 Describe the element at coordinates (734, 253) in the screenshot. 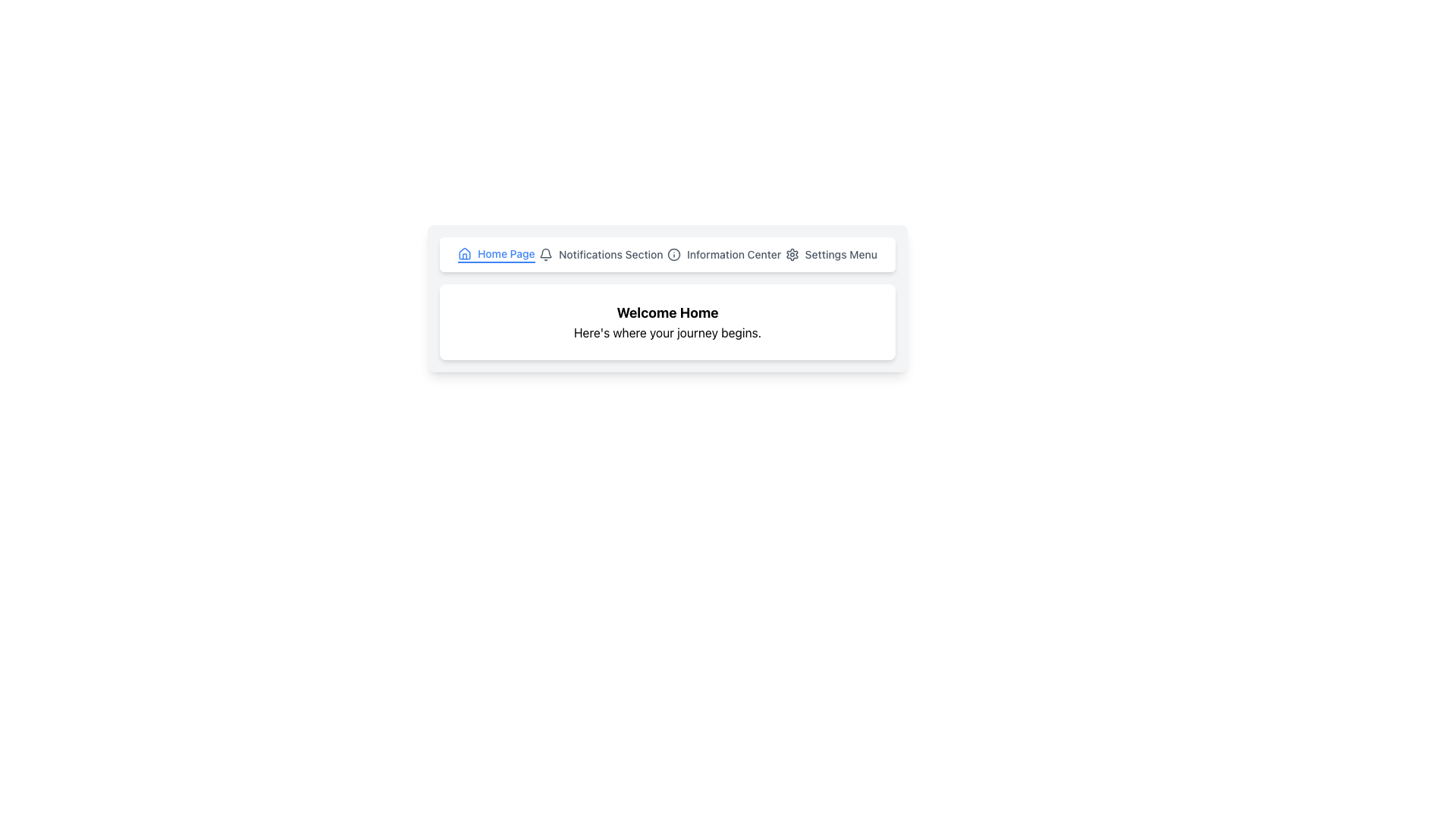

I see `the 'Information Center' text label in the navigation bar to trigger the tooltip` at that location.